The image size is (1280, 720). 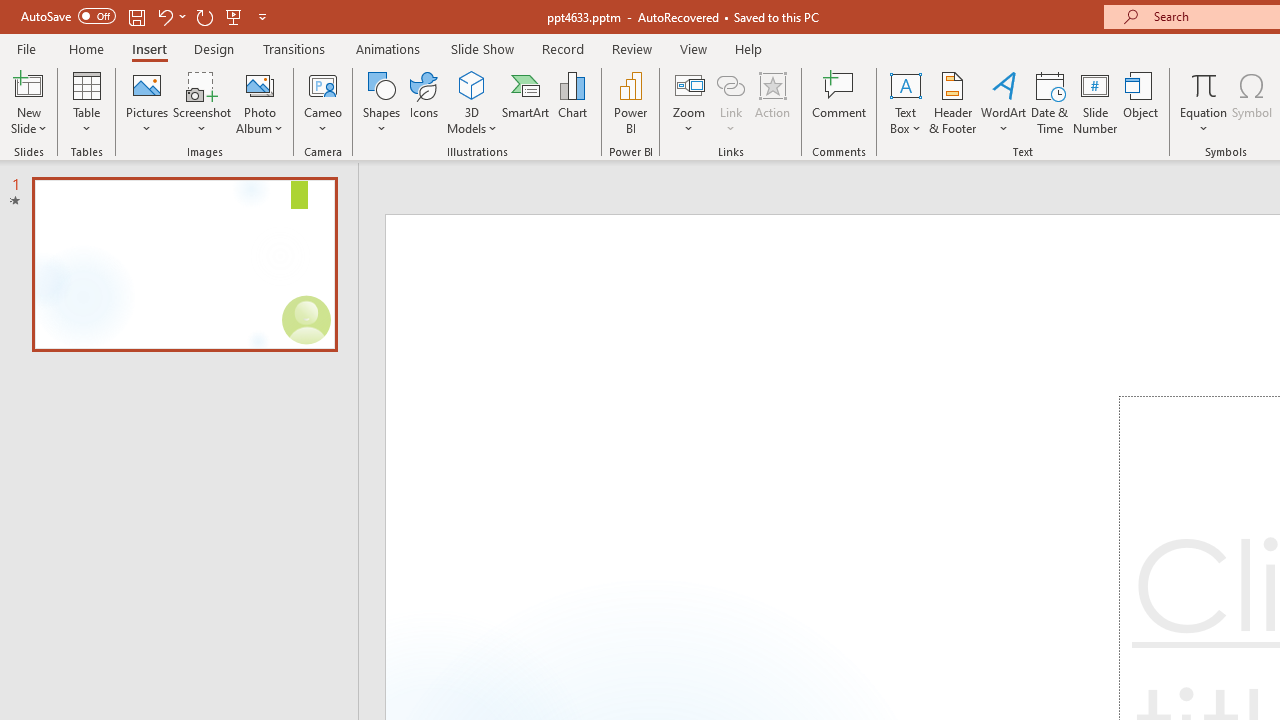 What do you see at coordinates (730, 84) in the screenshot?
I see `'Link'` at bounding box center [730, 84].